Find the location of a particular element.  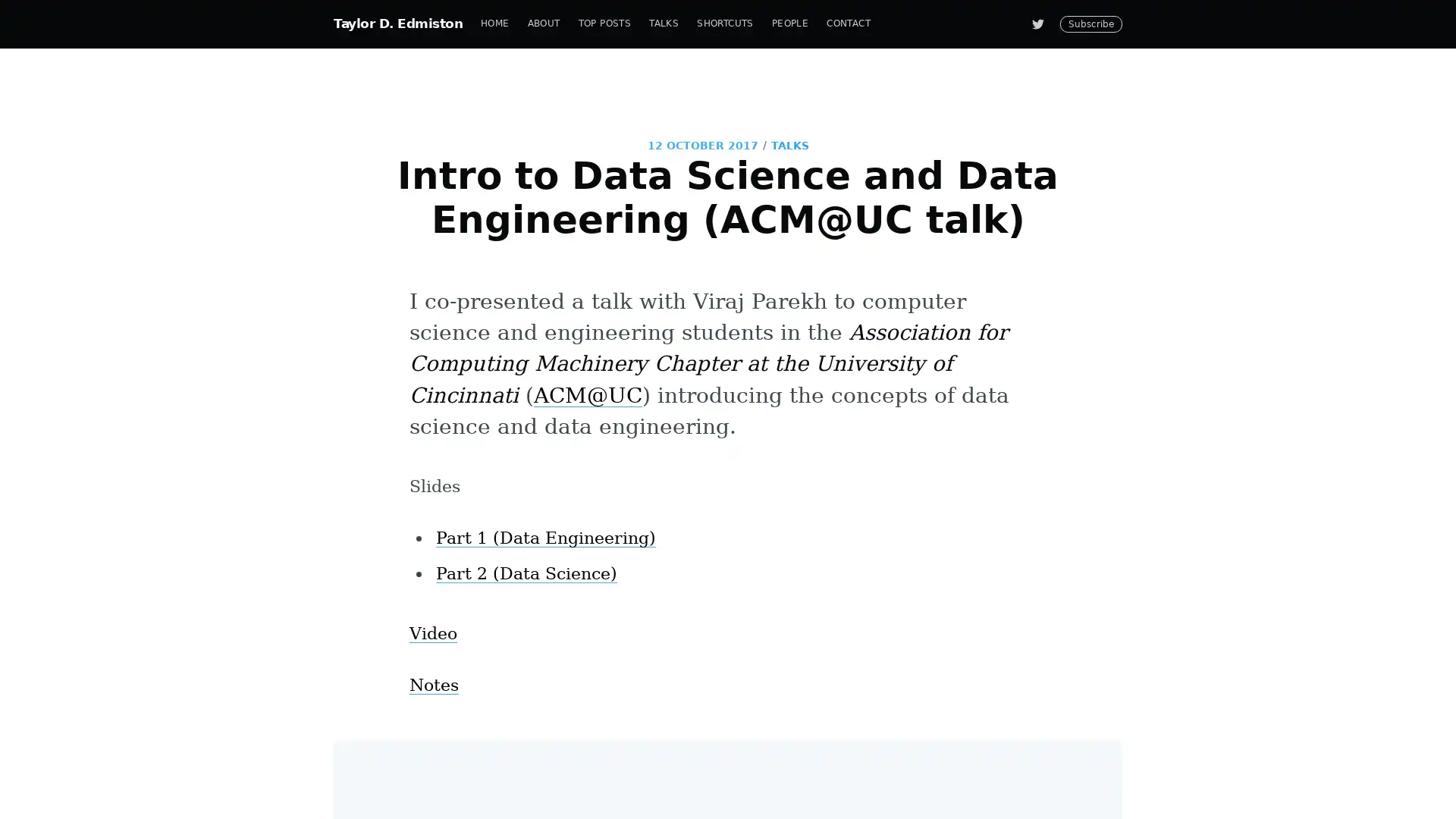

Subscribe is located at coordinates (866, 465).